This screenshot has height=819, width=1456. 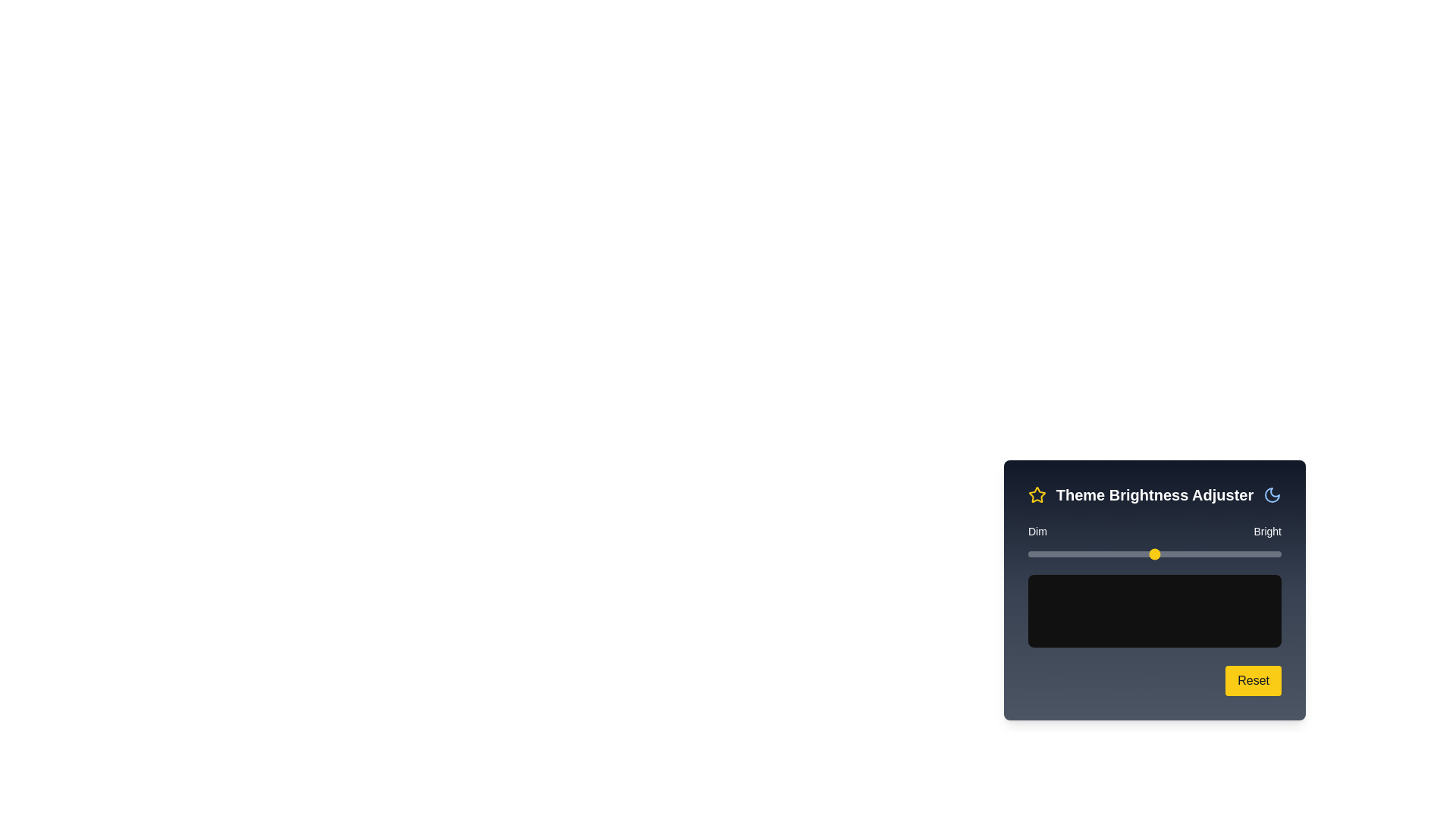 I want to click on the brightness slider to set the brightness to 88%, so click(x=1250, y=554).